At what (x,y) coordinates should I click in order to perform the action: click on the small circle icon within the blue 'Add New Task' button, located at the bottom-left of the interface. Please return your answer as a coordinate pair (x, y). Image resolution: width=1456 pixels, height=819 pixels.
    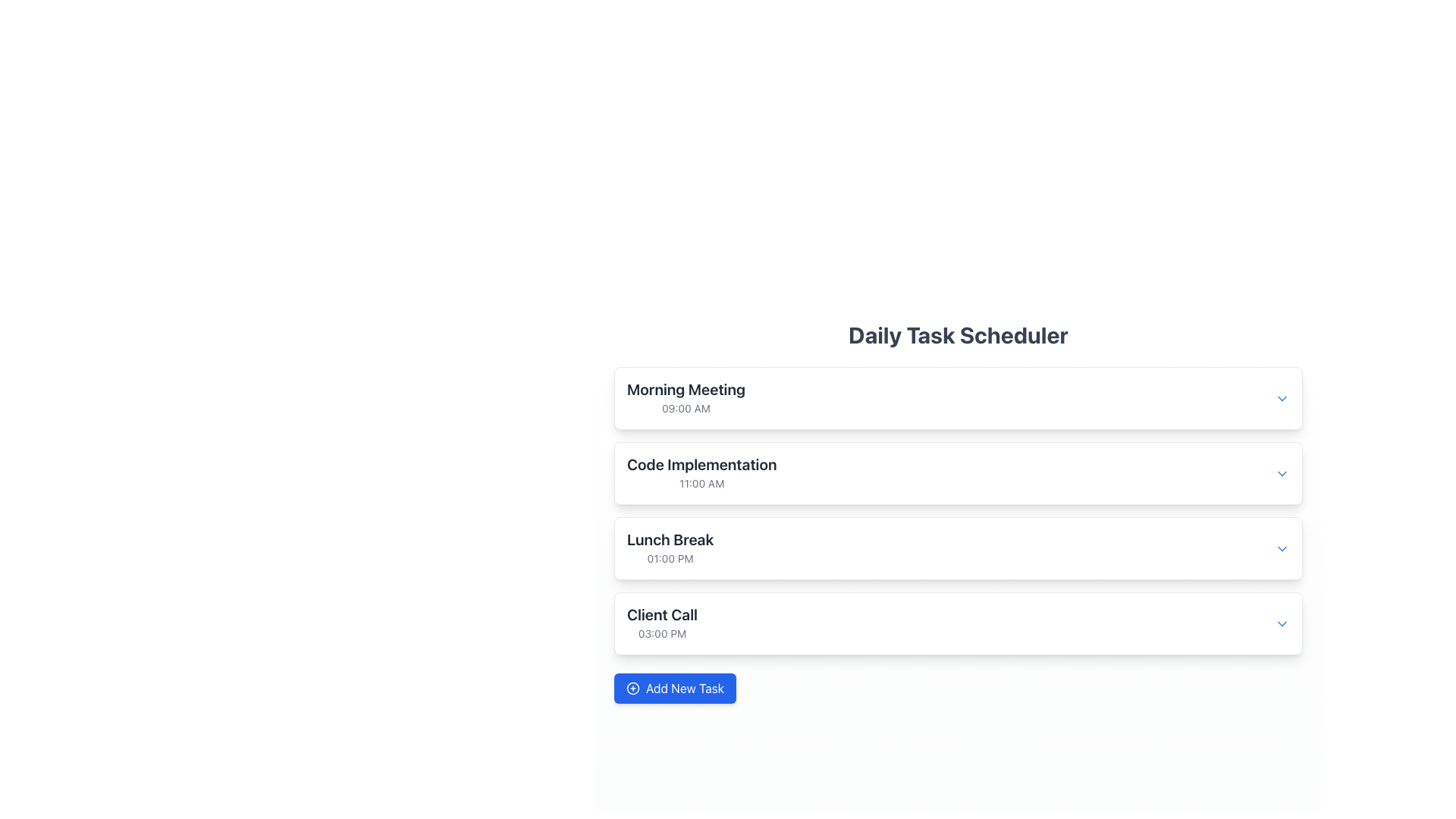
    Looking at the image, I should click on (633, 688).